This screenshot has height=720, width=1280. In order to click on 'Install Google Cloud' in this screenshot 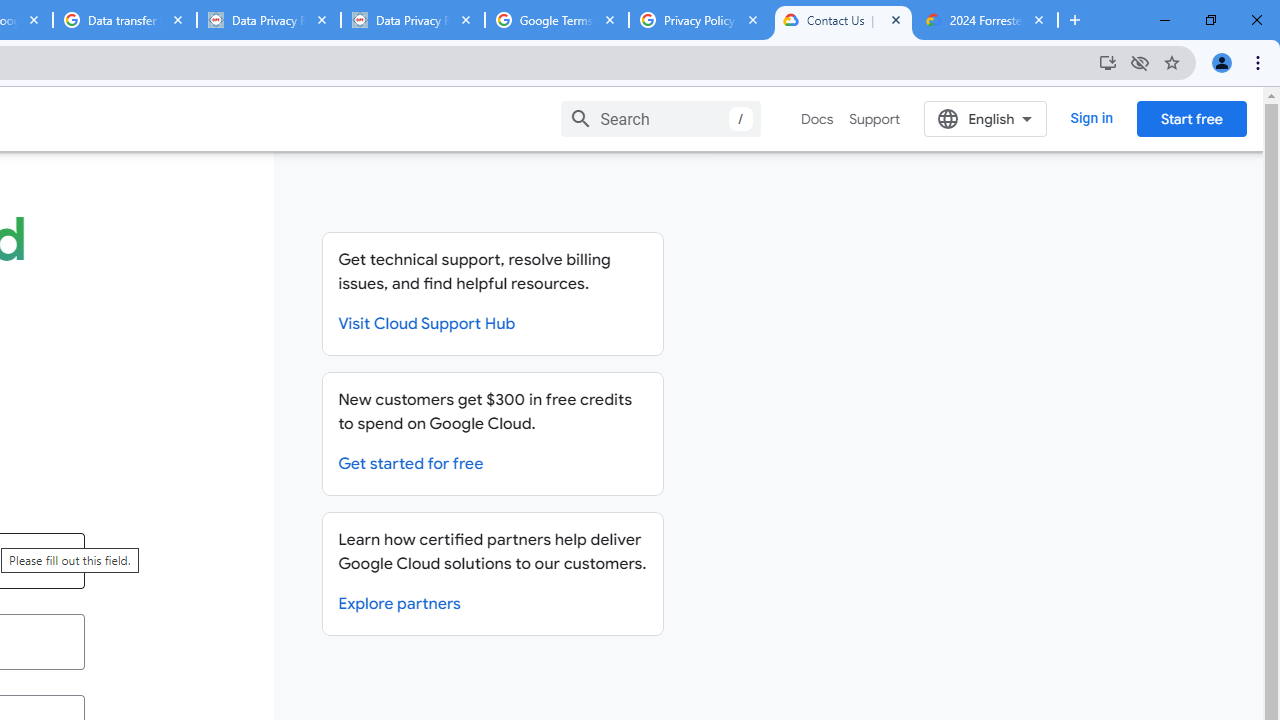, I will do `click(1106, 61)`.